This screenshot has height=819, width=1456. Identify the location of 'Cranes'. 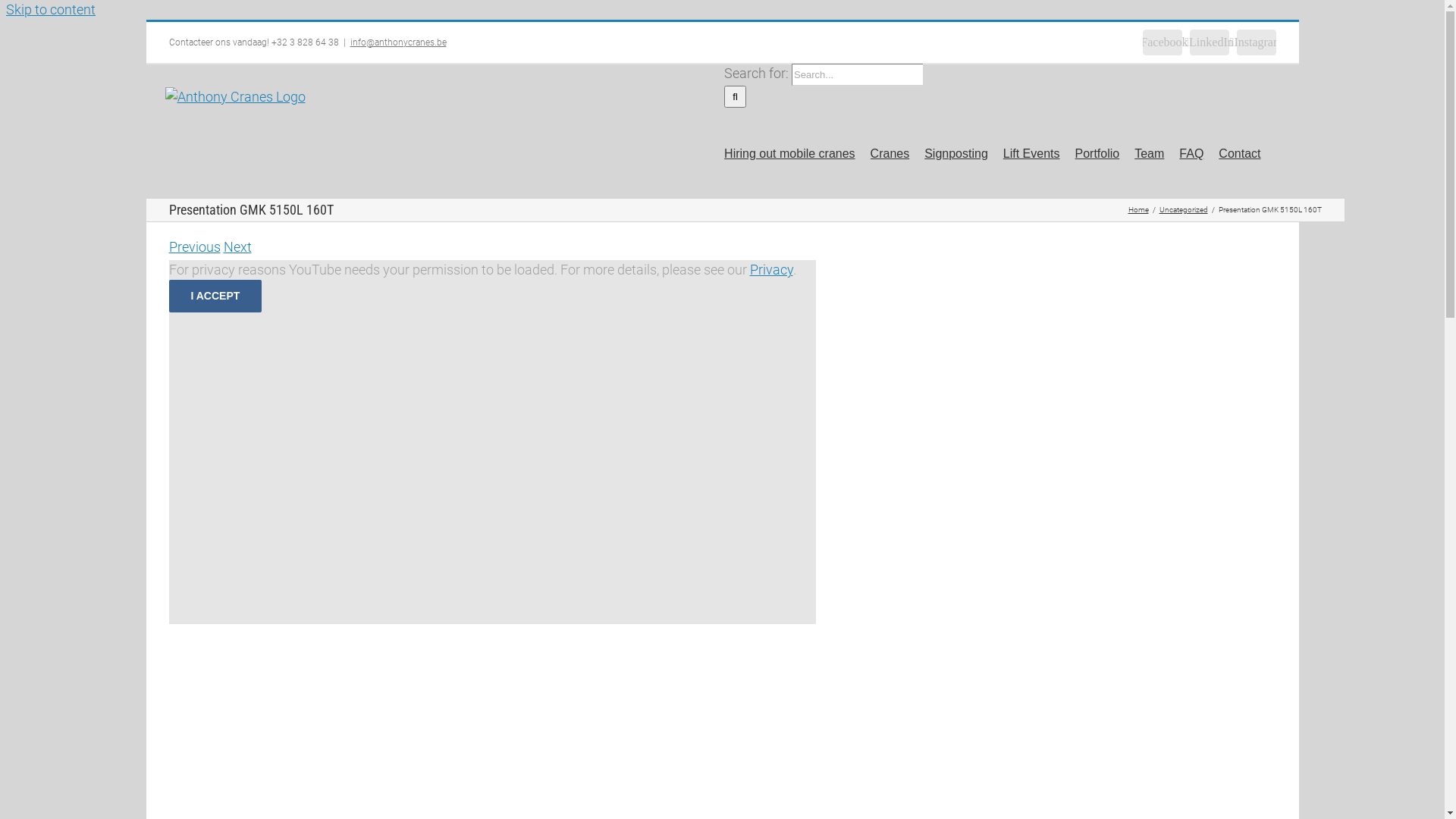
(890, 152).